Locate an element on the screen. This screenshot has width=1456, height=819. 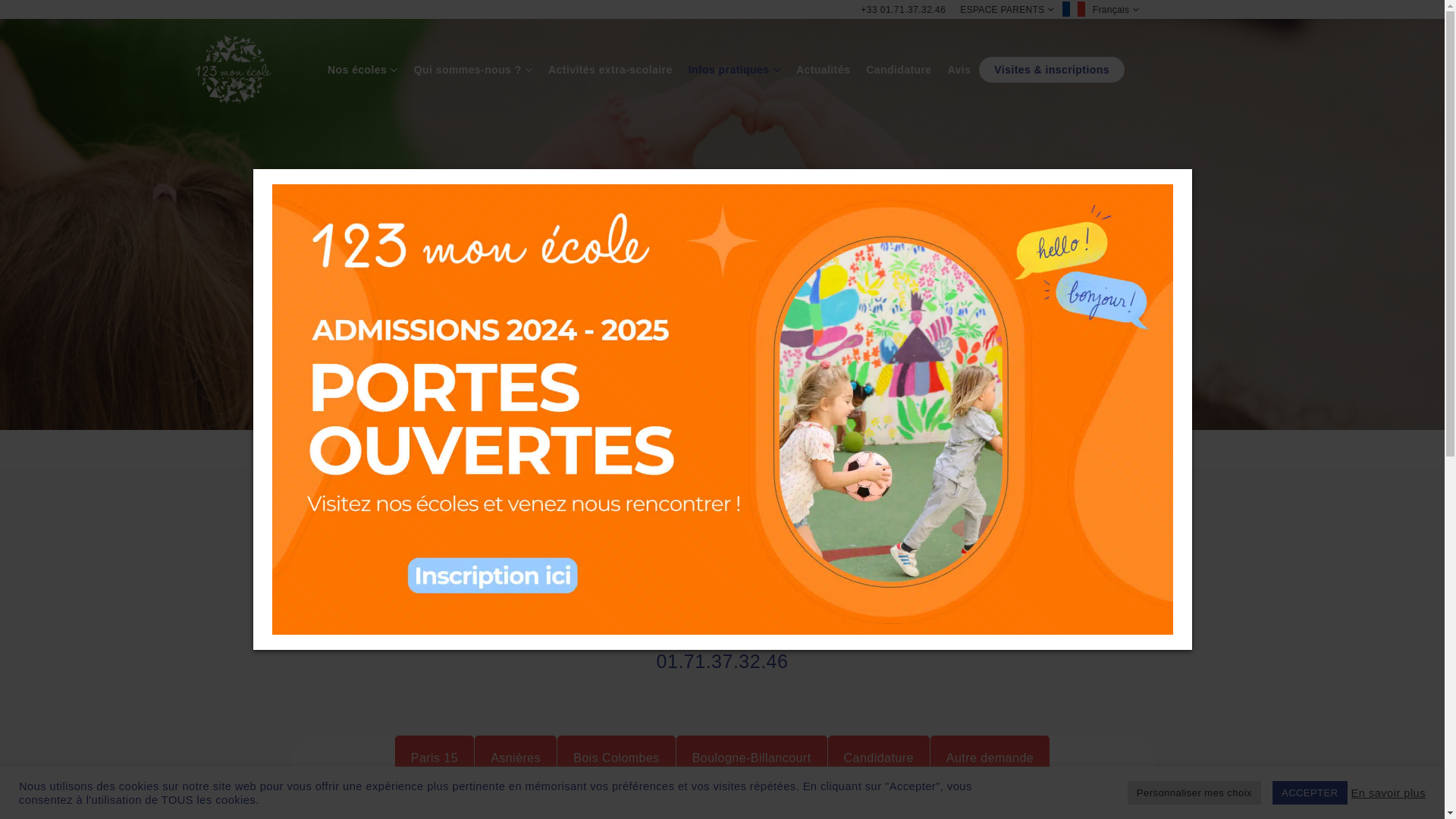
'ACCEPTER' is located at coordinates (1309, 792).